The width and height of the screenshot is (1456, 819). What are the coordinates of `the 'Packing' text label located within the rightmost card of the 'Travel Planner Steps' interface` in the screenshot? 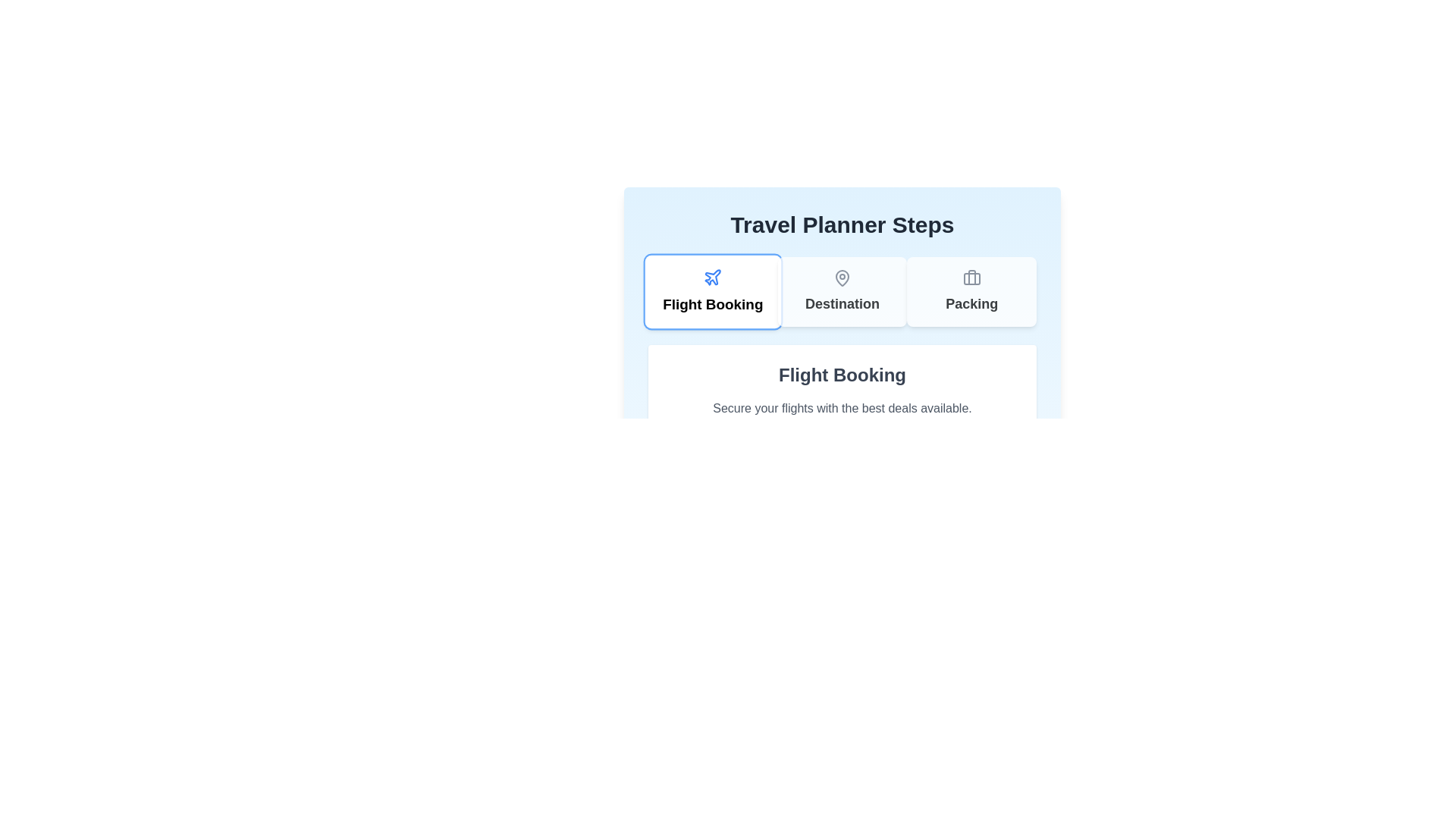 It's located at (971, 304).